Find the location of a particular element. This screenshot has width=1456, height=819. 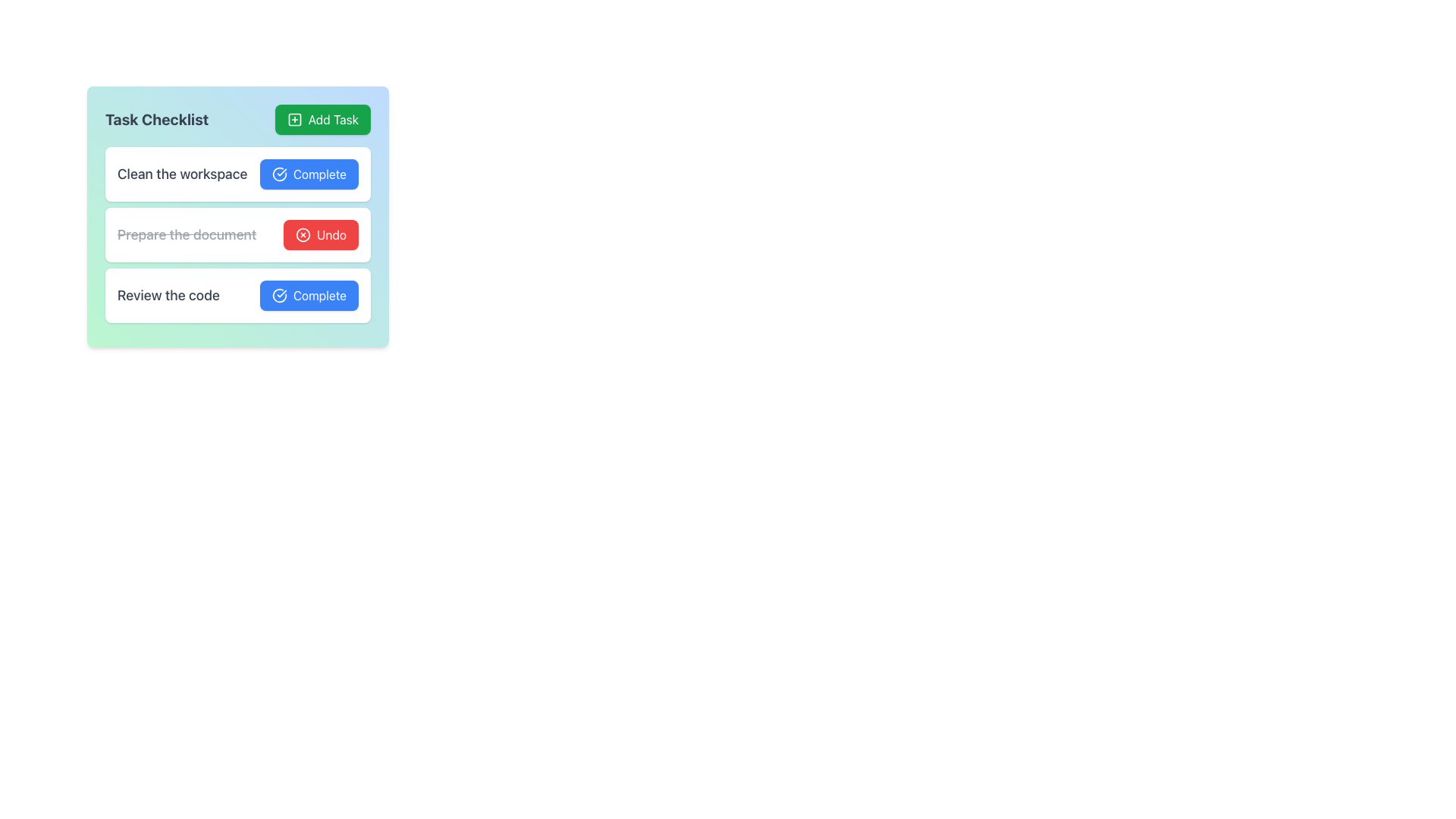

the plus icon inside the green button labeled 'Add Task' is located at coordinates (294, 119).